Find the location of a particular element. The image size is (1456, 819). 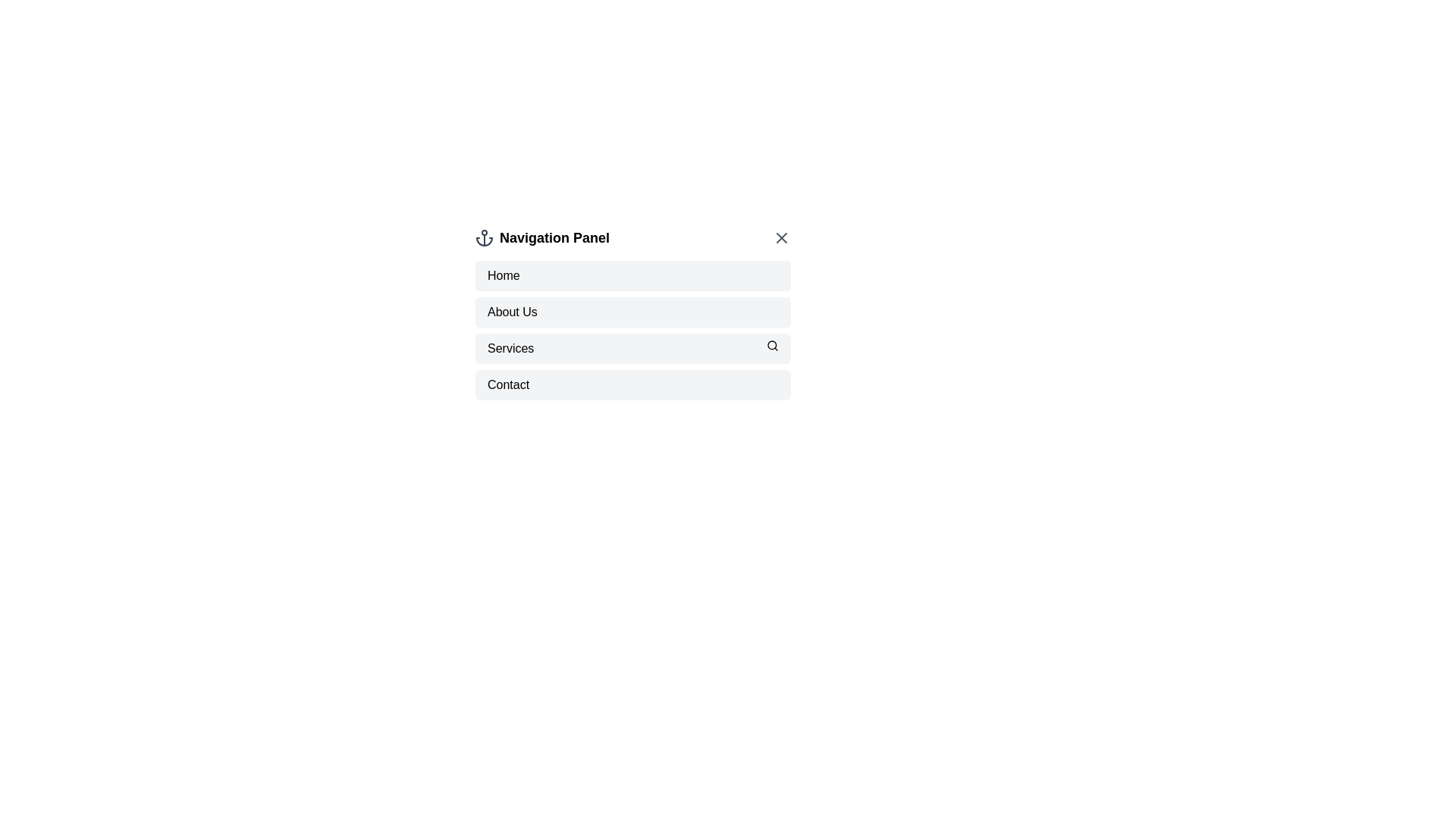

the magnifying glass icon located to the far right within the 'Services' menu entry is located at coordinates (772, 345).